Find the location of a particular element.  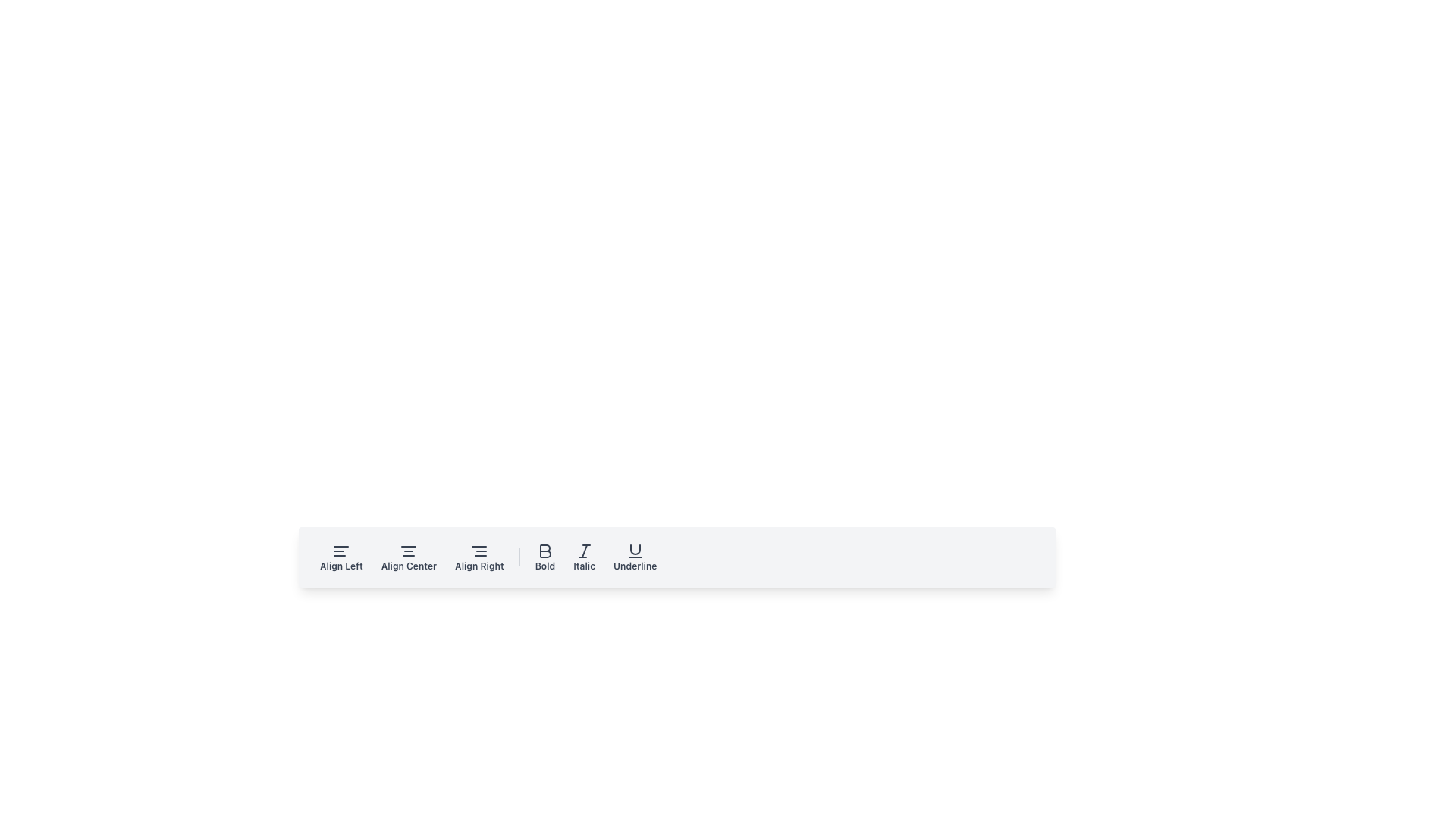

the 'Align Center' text label button, which is styled with a small, bold font and is located in the toolbar between 'Align Left' and 'Align Right' is located at coordinates (409, 566).